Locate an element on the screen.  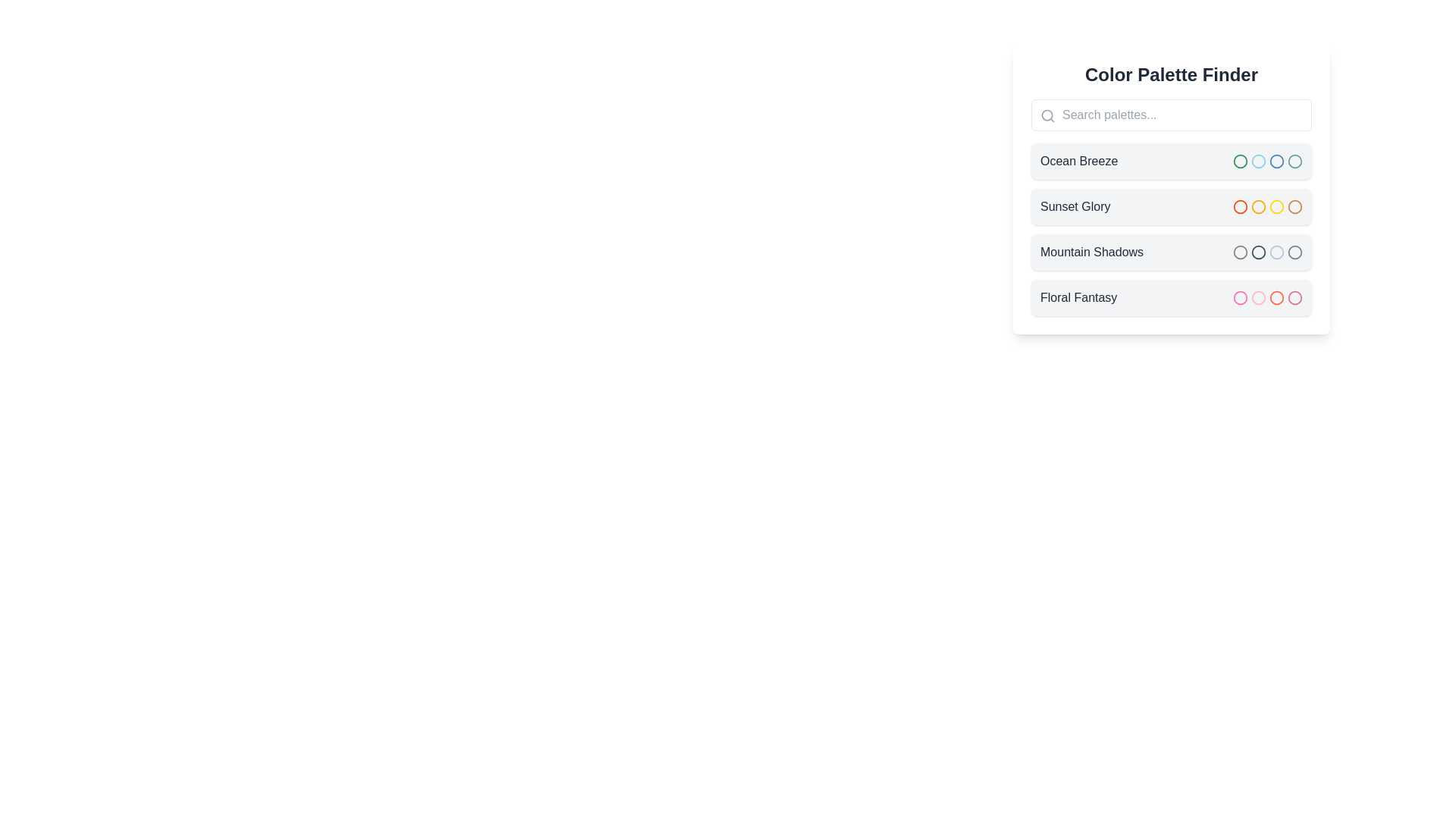
the second circle in the 'Floral Fantasy' palette is located at coordinates (1259, 298).